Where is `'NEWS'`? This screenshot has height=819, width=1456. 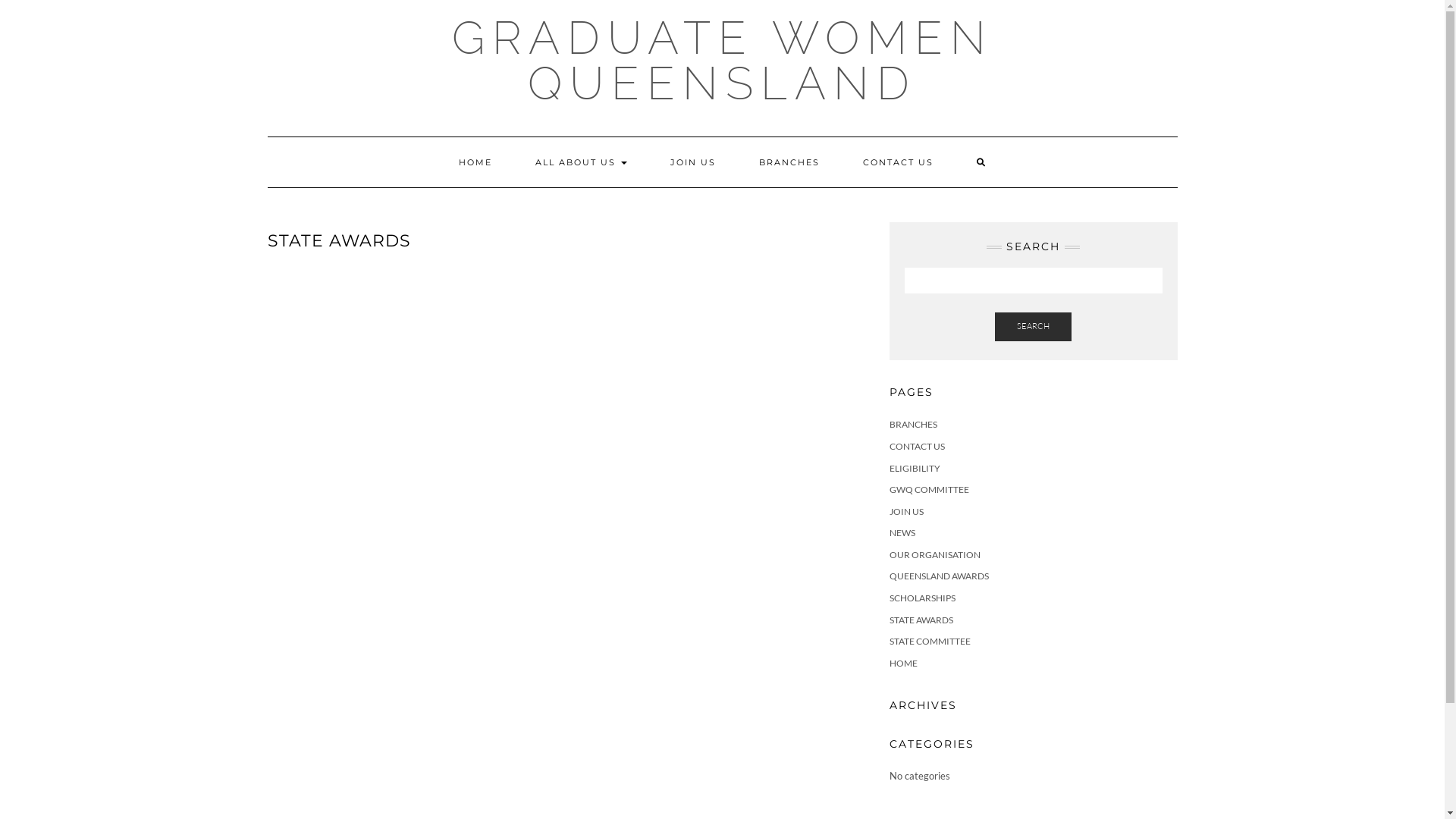 'NEWS' is located at coordinates (902, 532).